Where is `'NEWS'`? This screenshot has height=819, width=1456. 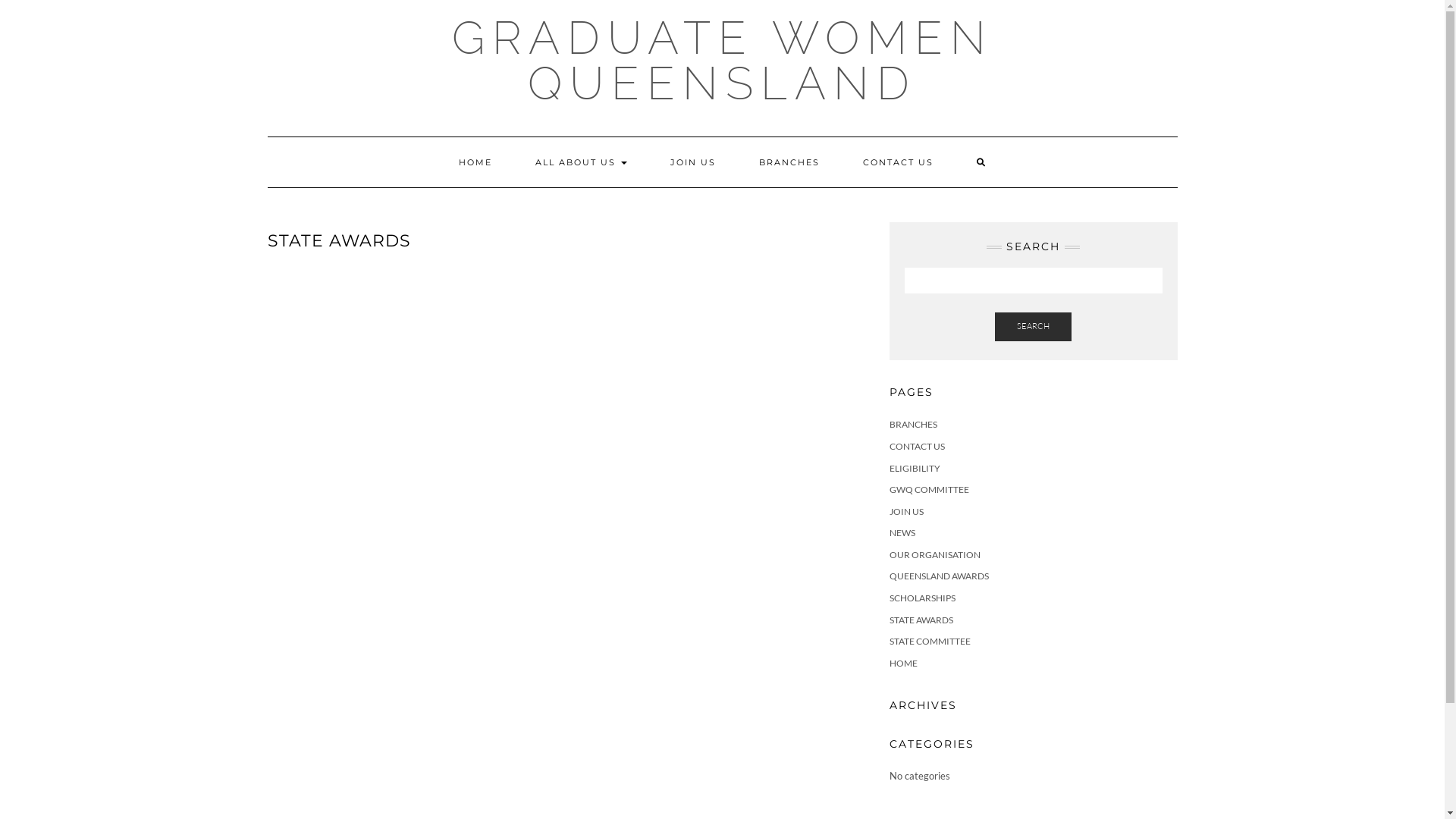 'NEWS' is located at coordinates (902, 532).